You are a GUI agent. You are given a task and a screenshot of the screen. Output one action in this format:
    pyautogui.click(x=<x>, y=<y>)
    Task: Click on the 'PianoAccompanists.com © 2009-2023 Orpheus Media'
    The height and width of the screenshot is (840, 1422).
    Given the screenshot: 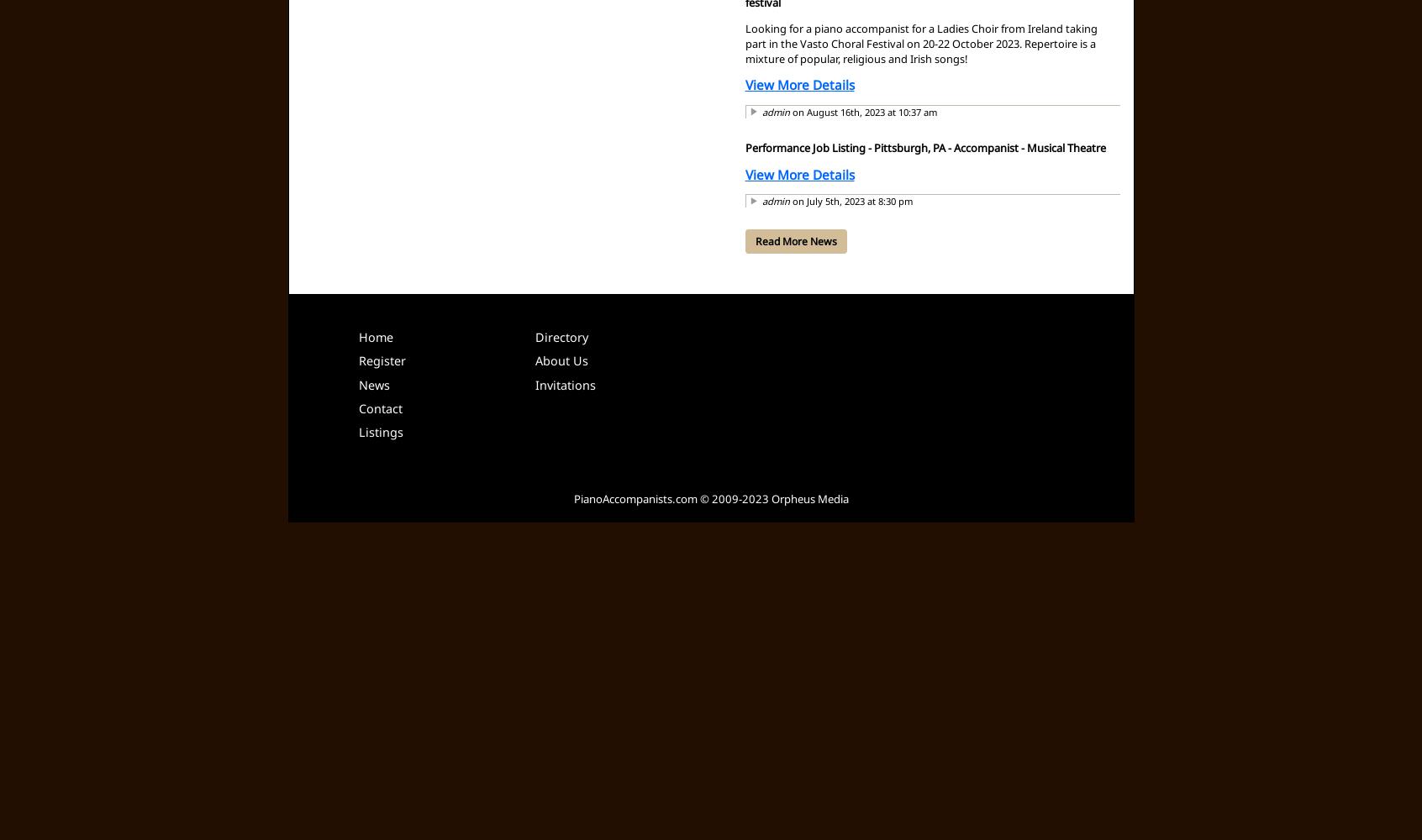 What is the action you would take?
    pyautogui.click(x=710, y=497)
    